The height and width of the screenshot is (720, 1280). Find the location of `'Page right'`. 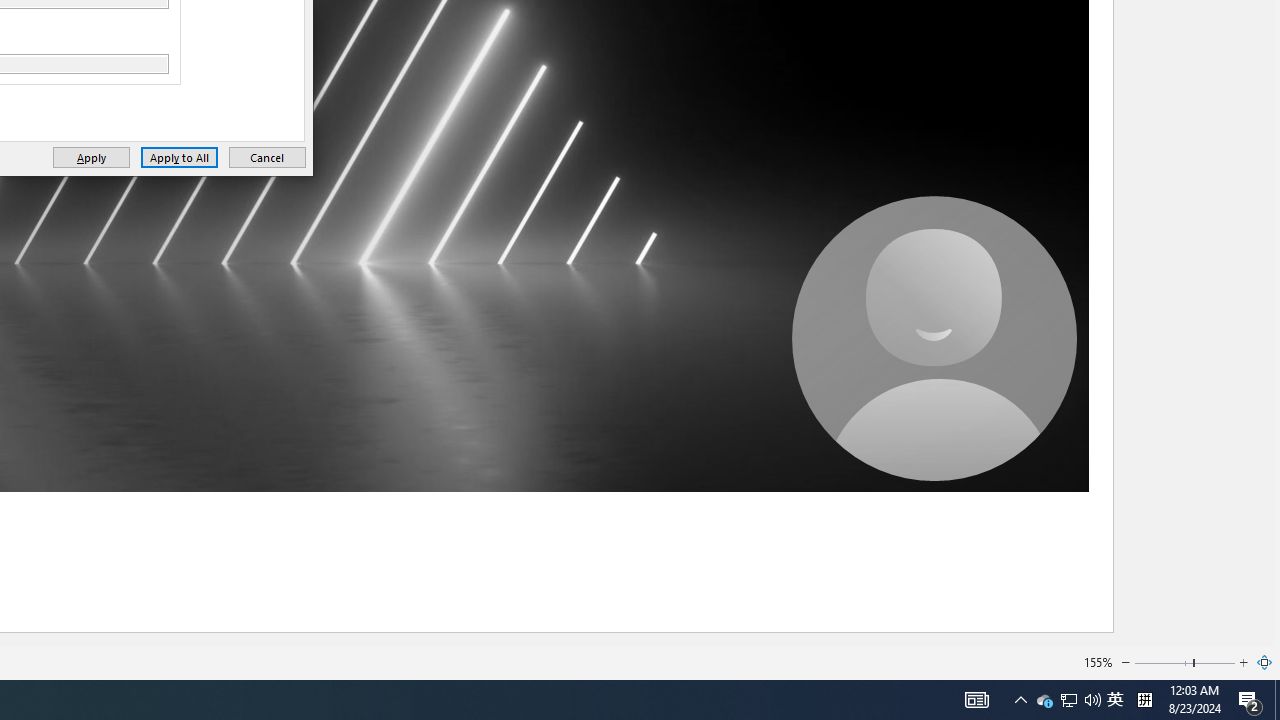

'Page right' is located at coordinates (1214, 663).